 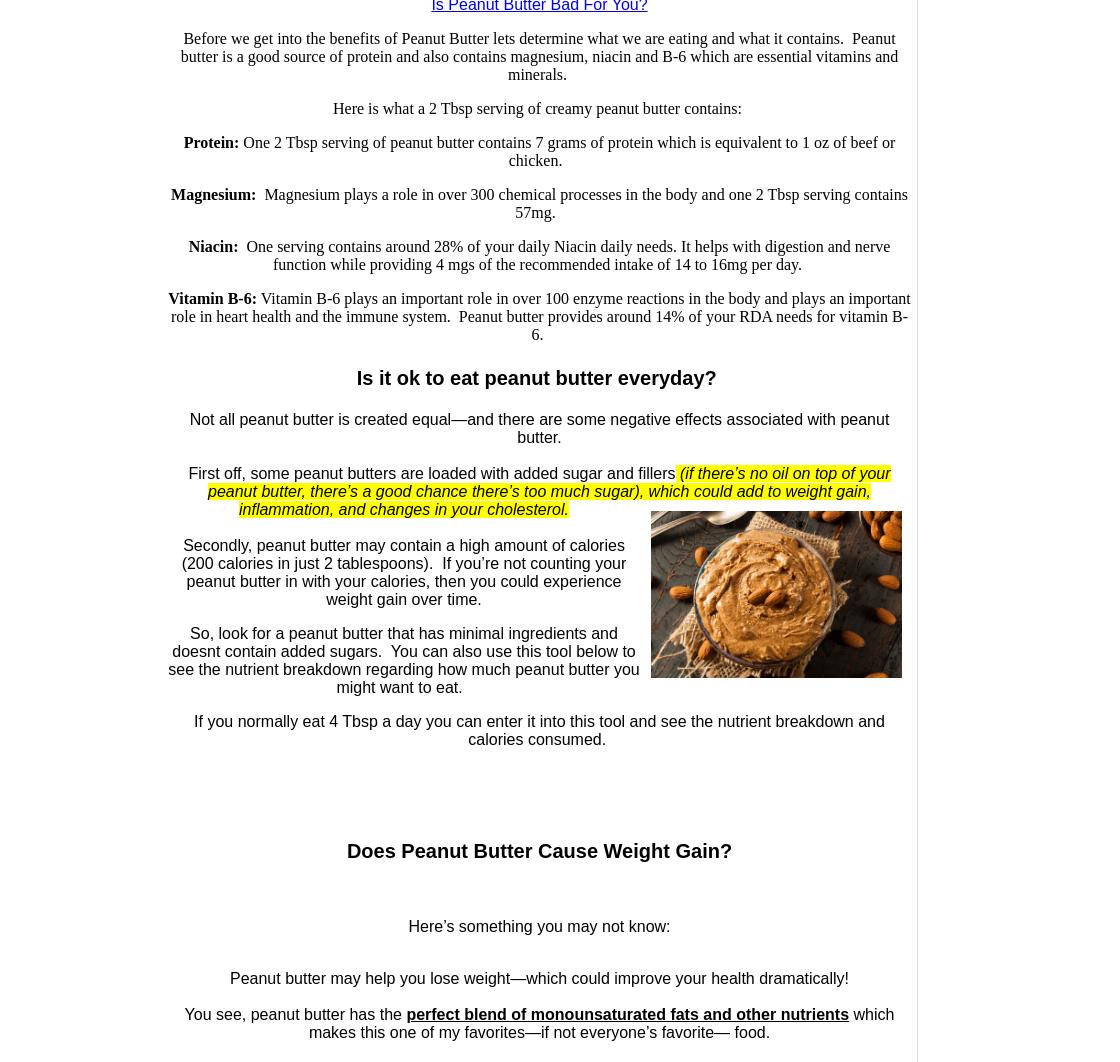 What do you see at coordinates (213, 246) in the screenshot?
I see `'Niacin:'` at bounding box center [213, 246].